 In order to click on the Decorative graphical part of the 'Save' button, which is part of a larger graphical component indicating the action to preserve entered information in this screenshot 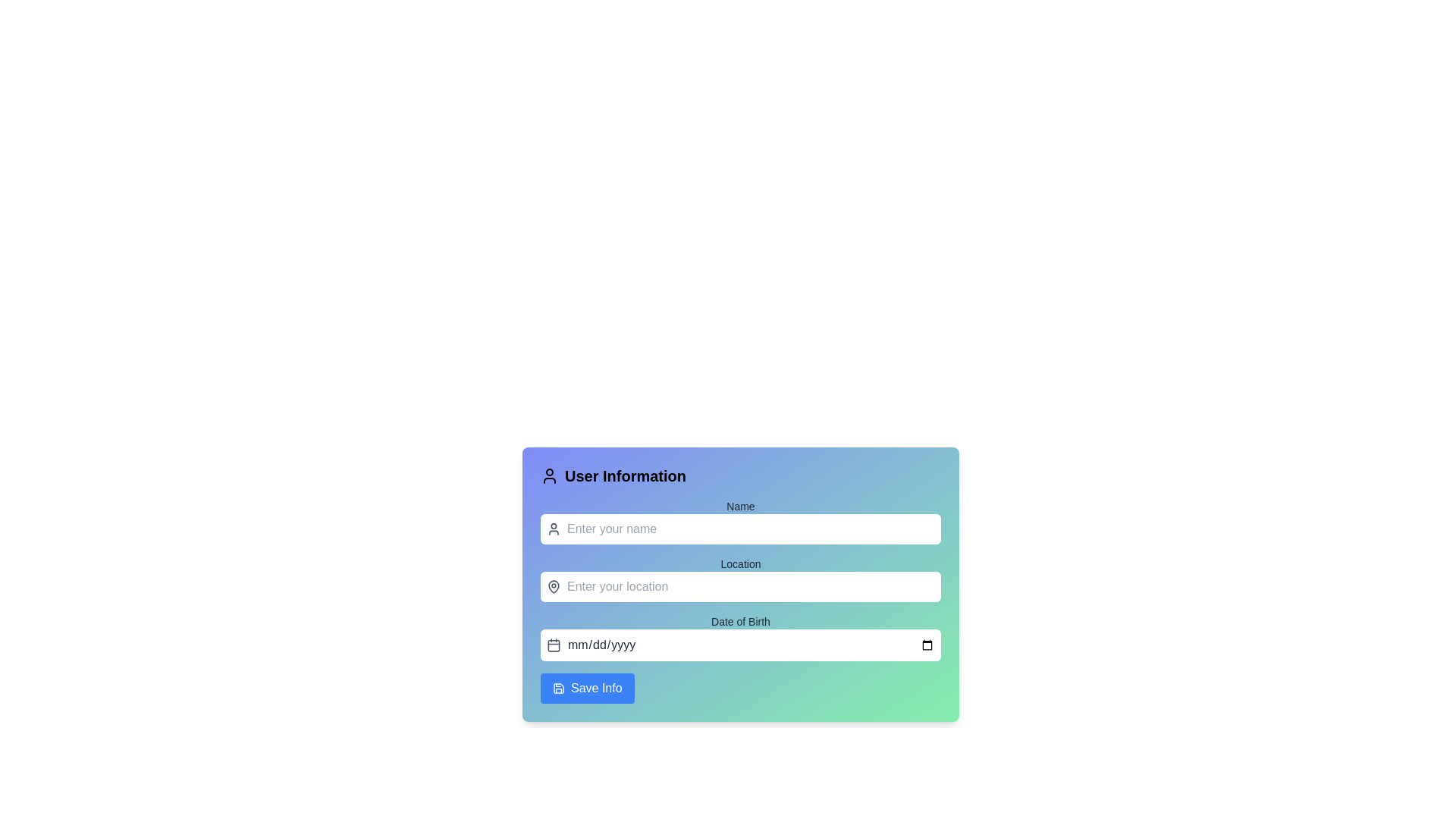, I will do `click(558, 688)`.